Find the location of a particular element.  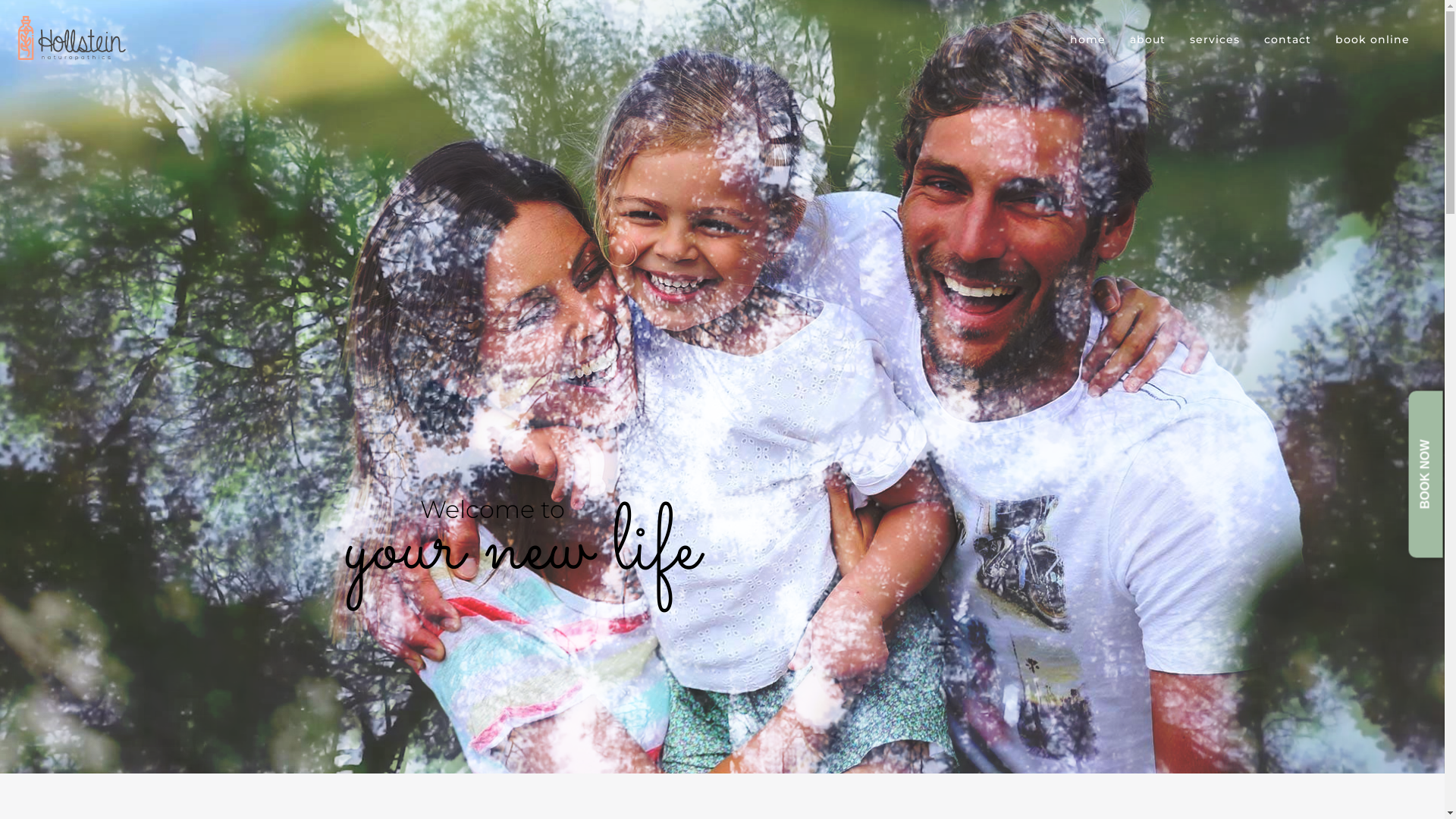

'contact' is located at coordinates (1287, 37).